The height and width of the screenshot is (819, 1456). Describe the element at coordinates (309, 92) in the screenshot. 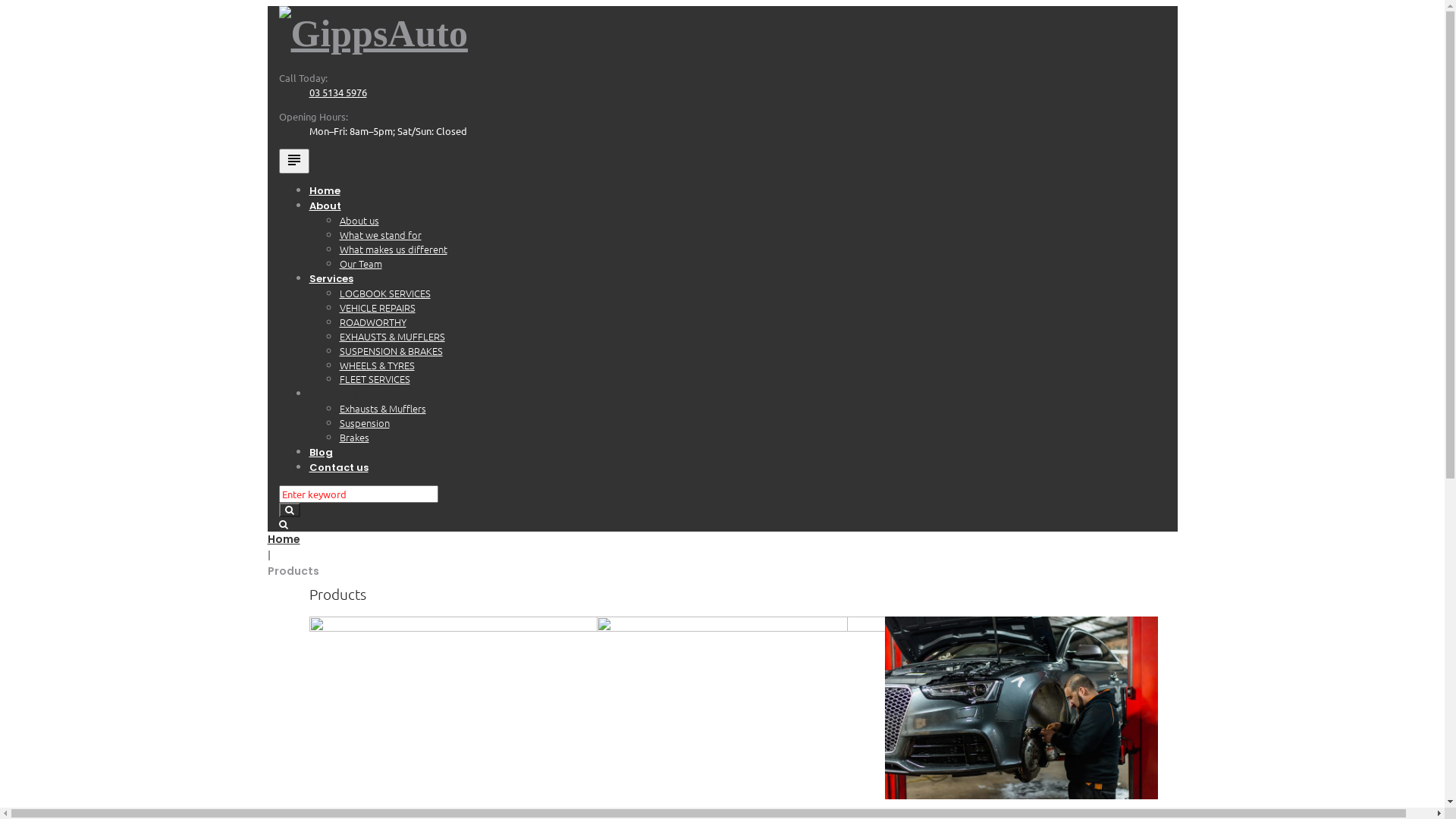

I see `'03 5134 5976'` at that location.